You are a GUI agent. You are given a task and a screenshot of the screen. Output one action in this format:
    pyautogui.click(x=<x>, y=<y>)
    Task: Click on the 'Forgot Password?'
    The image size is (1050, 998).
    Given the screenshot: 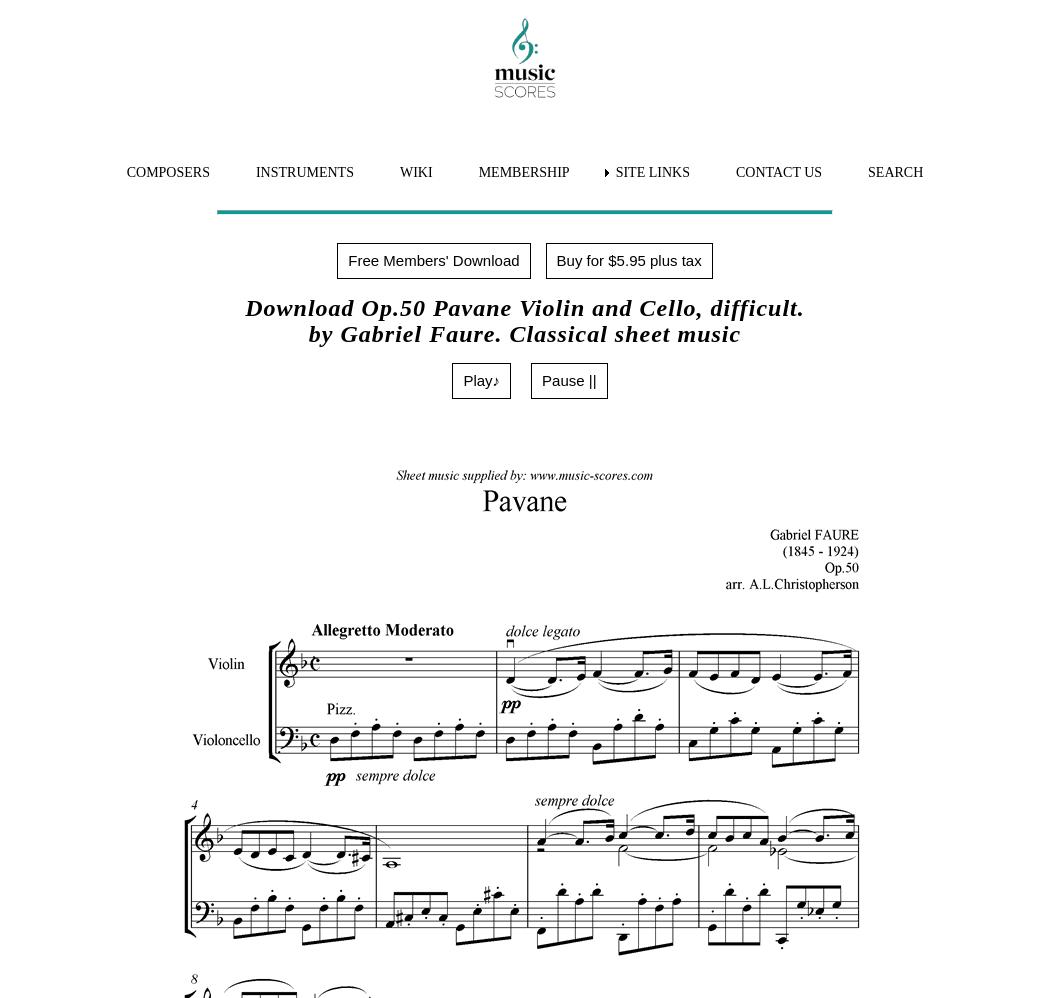 What is the action you would take?
    pyautogui.click(x=97, y=519)
    